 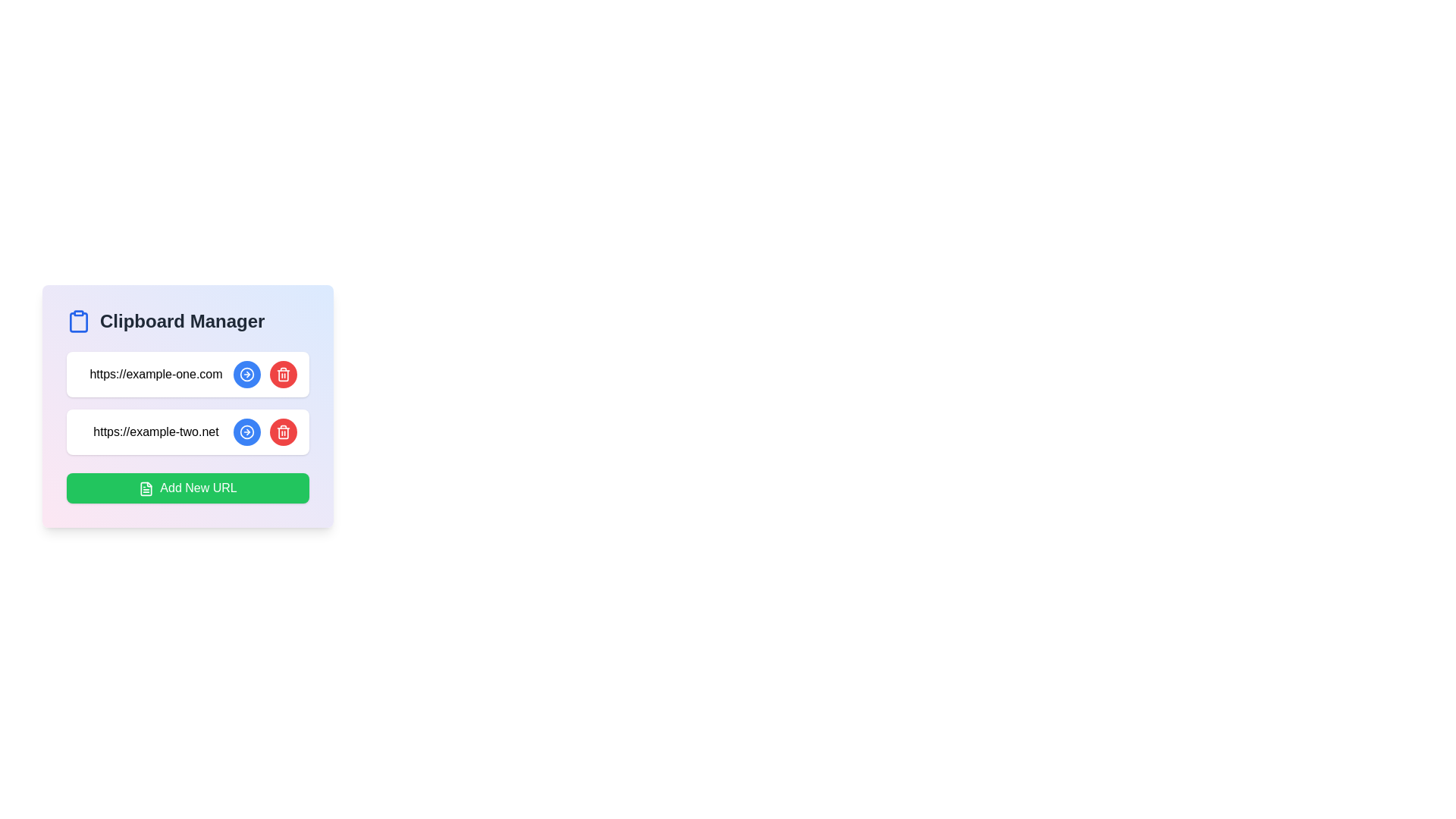 I want to click on the icon button located to the right of 'https://example-two.net' in the second row, which initiates an action related to the associated URL, so click(x=247, y=374).